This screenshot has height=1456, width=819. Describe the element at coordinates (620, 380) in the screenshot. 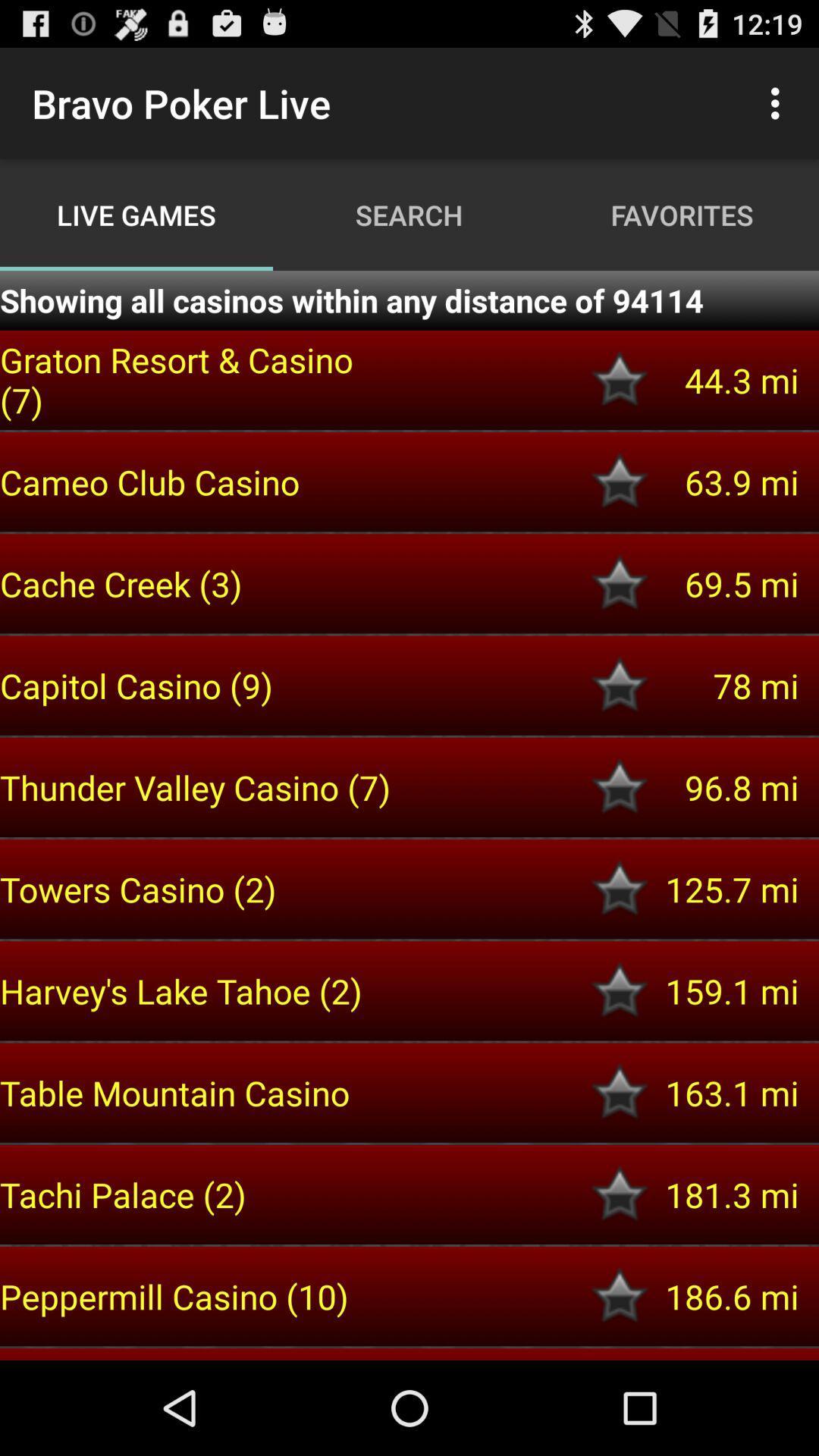

I see `item to favorites` at that location.